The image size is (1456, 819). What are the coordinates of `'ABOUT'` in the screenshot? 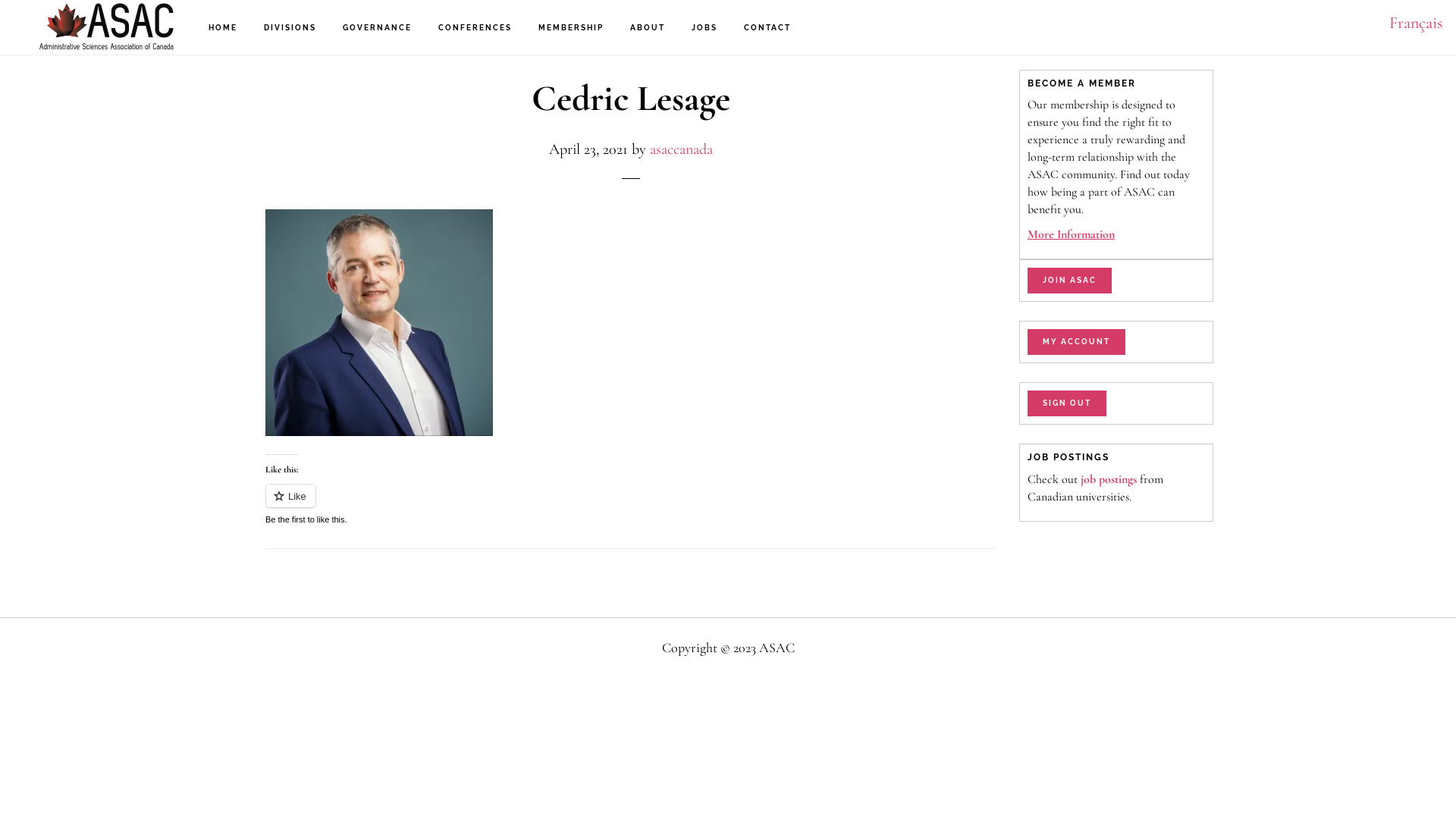 It's located at (648, 28).